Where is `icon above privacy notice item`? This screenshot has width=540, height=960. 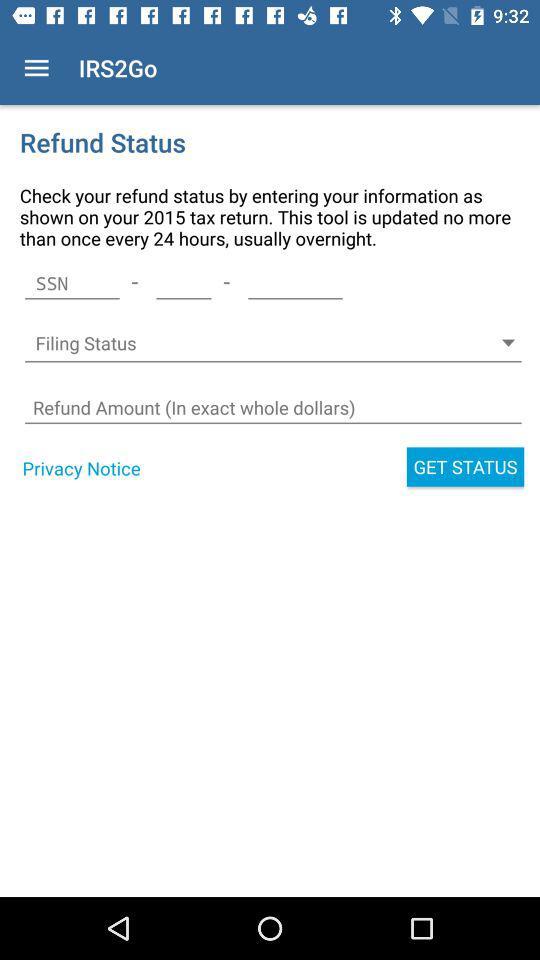
icon above privacy notice item is located at coordinates (272, 407).